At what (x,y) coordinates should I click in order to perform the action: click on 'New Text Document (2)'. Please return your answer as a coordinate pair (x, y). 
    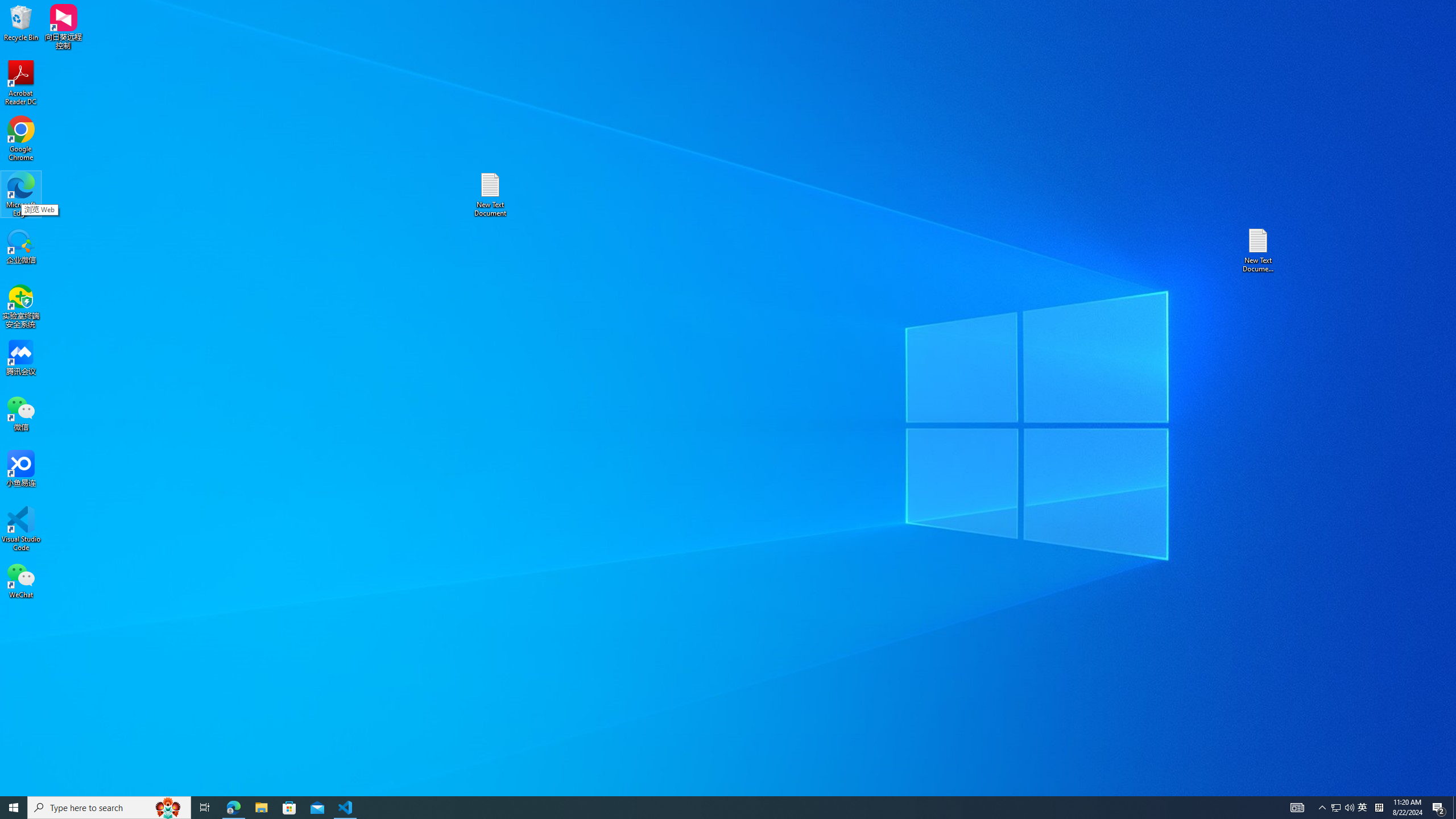
    Looking at the image, I should click on (1259, 249).